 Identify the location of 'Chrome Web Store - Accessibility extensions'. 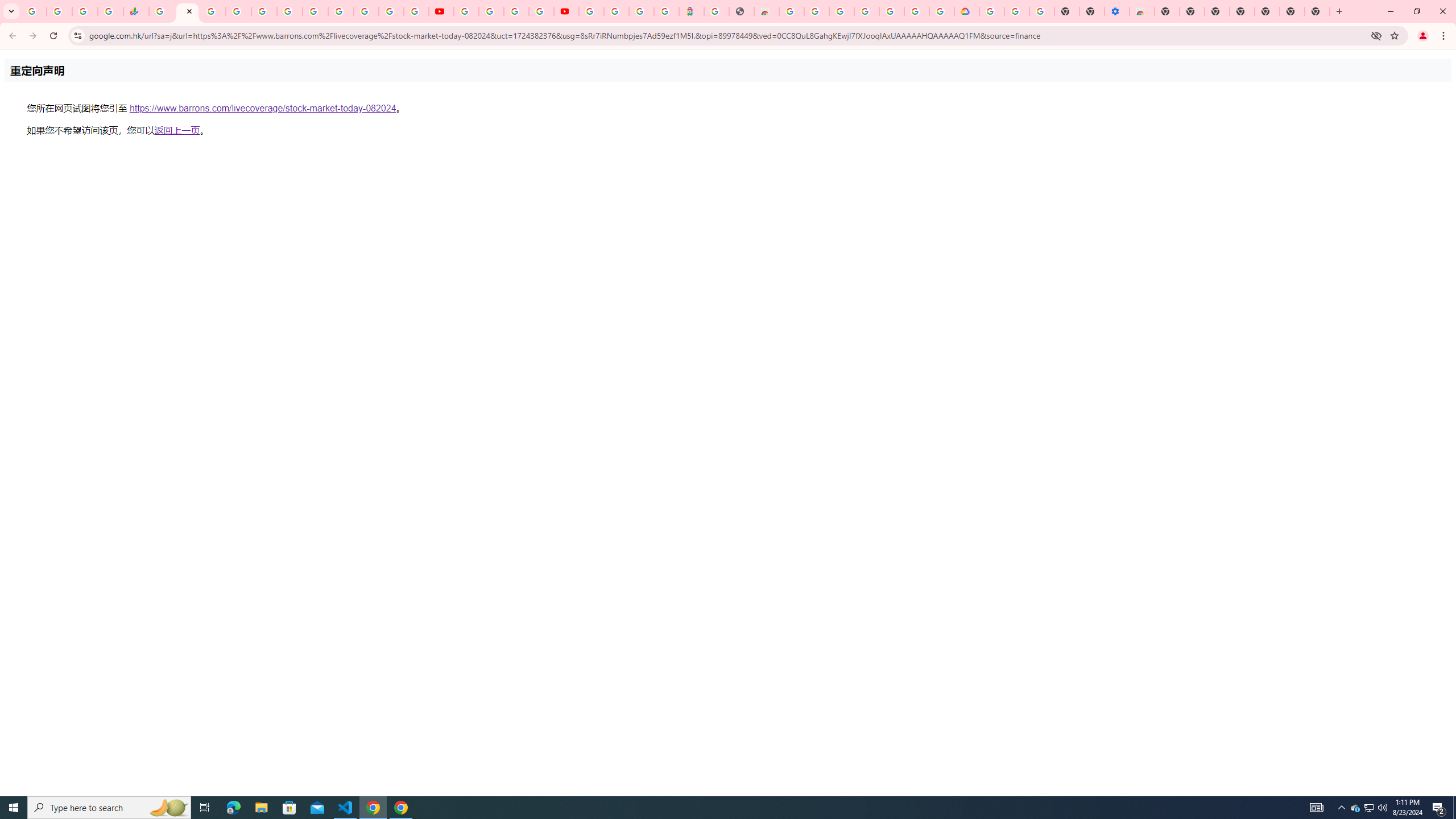
(1141, 11).